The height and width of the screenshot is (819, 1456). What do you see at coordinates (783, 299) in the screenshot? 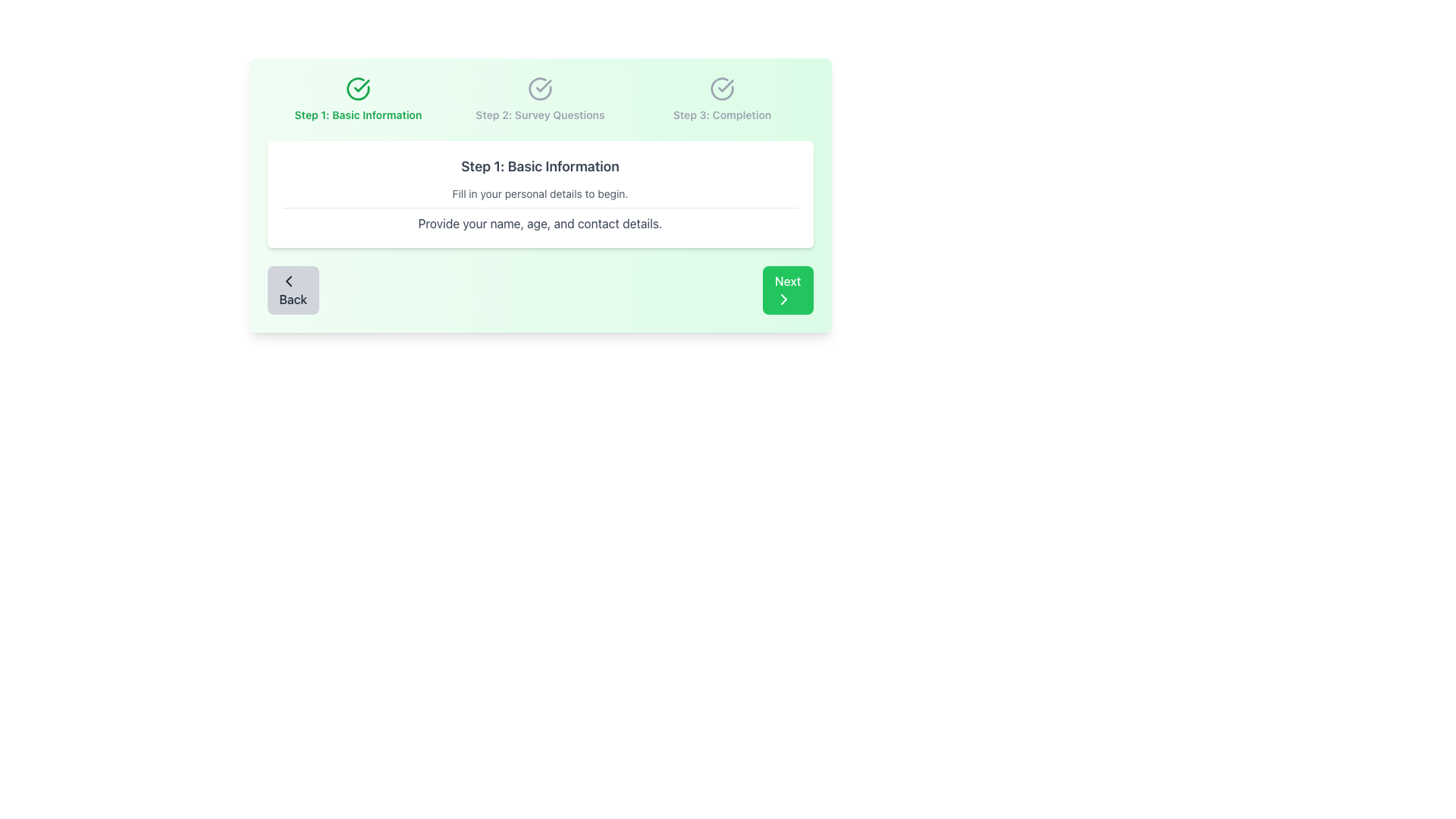
I see `the right-facing chevron icon located within the green 'Next' button in the bottom-right corner of the navigation interface` at bounding box center [783, 299].